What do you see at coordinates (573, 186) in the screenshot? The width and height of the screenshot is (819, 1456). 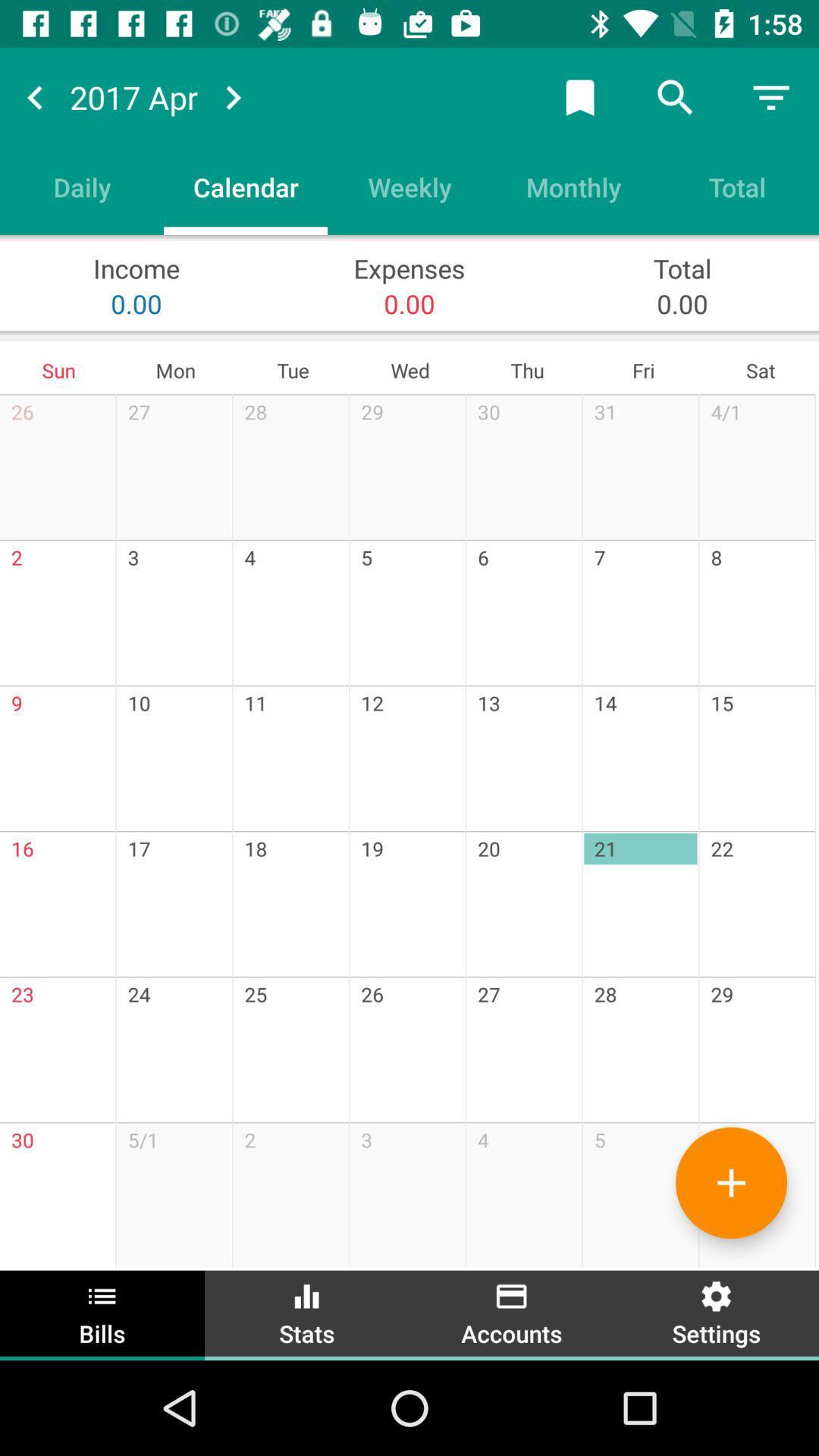 I see `the item to the right of the weekly item` at bounding box center [573, 186].